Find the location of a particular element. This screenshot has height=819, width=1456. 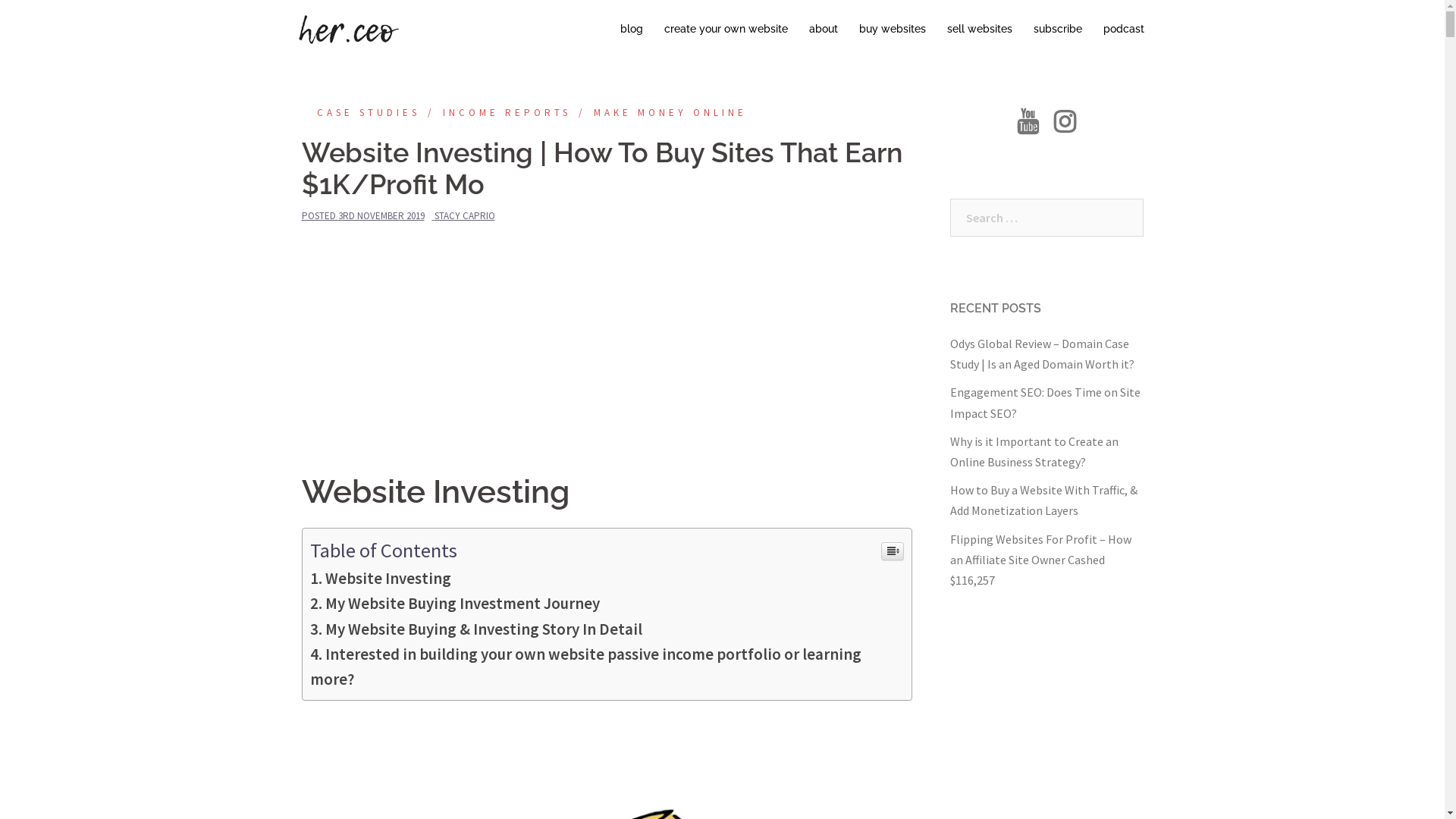

'Website Investing' is located at coordinates (379, 578).